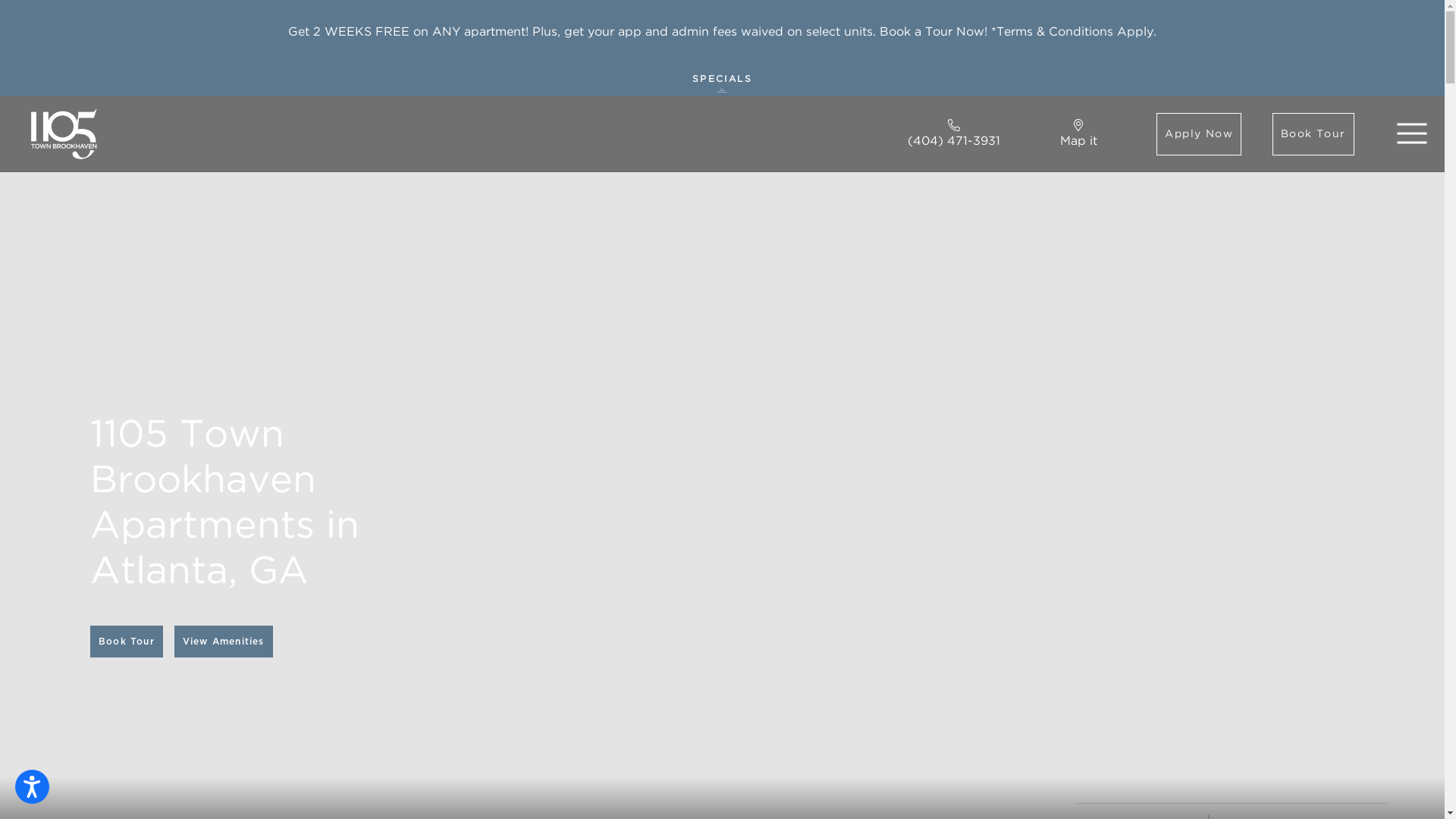 This screenshot has width=1456, height=819. Describe the element at coordinates (1313, 133) in the screenshot. I see `'Book Tour'` at that location.